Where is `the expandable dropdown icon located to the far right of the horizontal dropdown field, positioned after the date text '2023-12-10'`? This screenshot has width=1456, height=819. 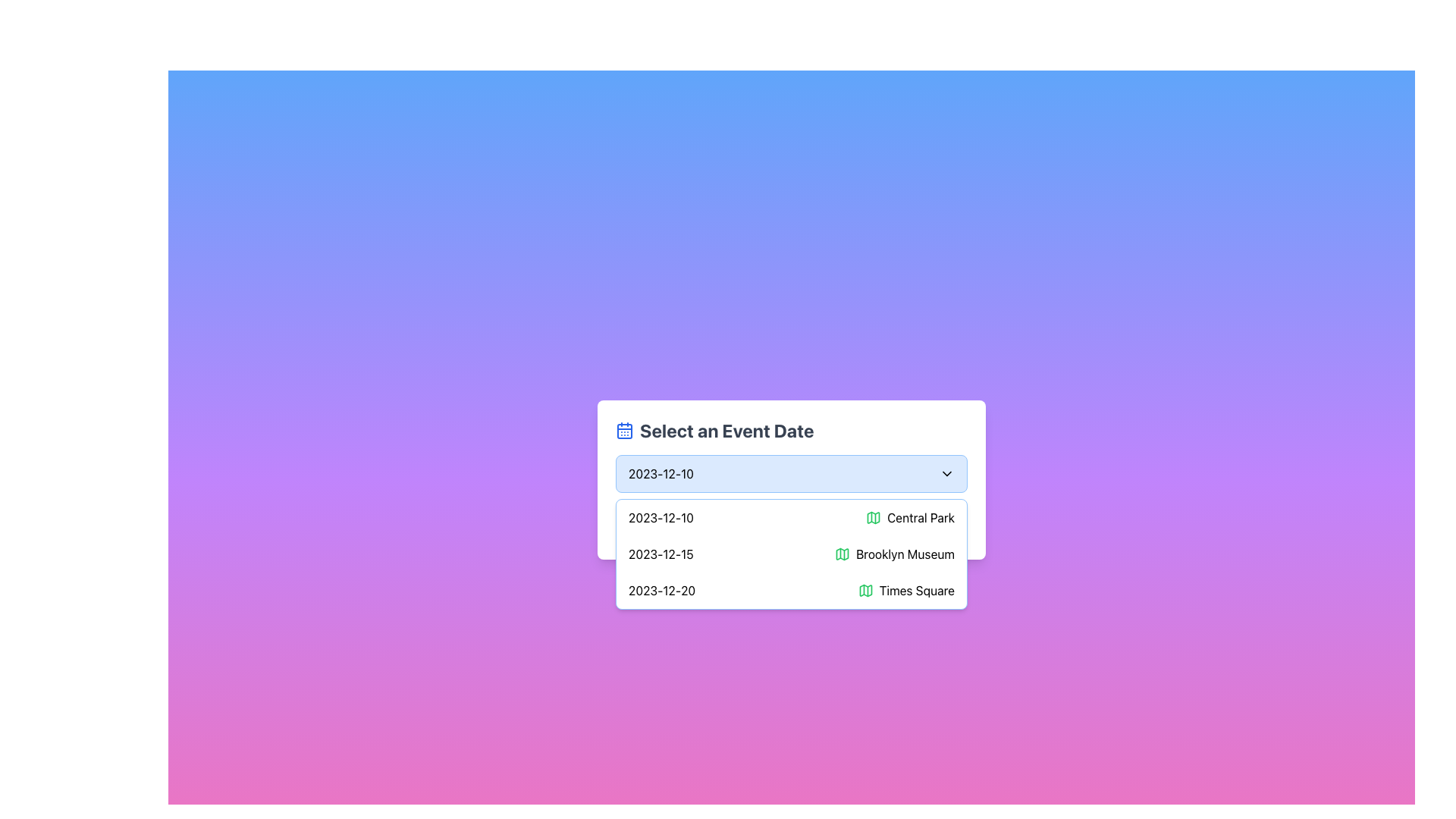
the expandable dropdown icon located to the far right of the horizontal dropdown field, positioned after the date text '2023-12-10' is located at coordinates (946, 472).